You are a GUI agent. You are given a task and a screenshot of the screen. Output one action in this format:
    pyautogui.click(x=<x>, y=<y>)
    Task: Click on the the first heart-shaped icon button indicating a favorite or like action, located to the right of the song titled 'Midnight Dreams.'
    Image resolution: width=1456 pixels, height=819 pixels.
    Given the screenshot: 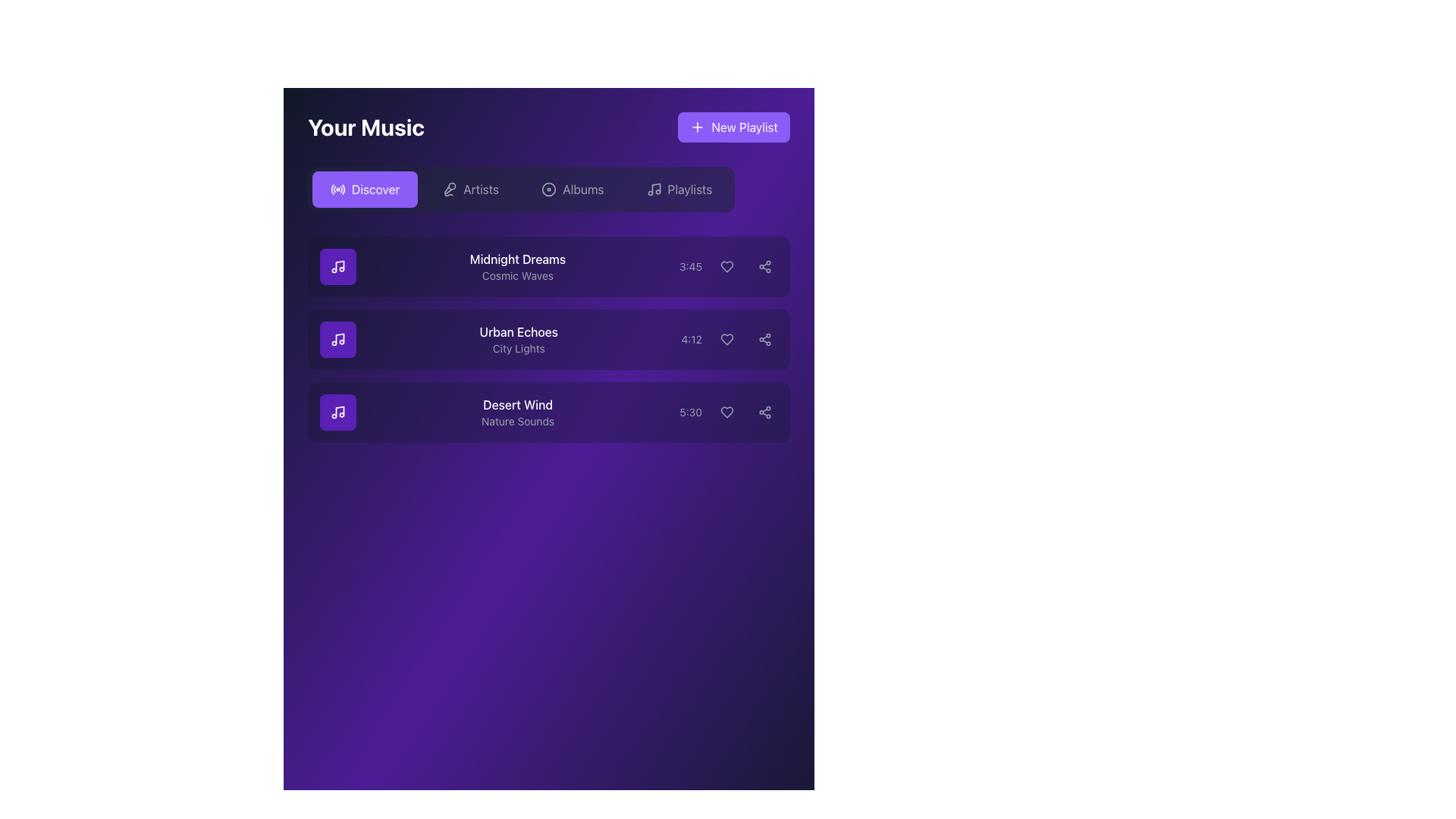 What is the action you would take?
    pyautogui.click(x=726, y=265)
    